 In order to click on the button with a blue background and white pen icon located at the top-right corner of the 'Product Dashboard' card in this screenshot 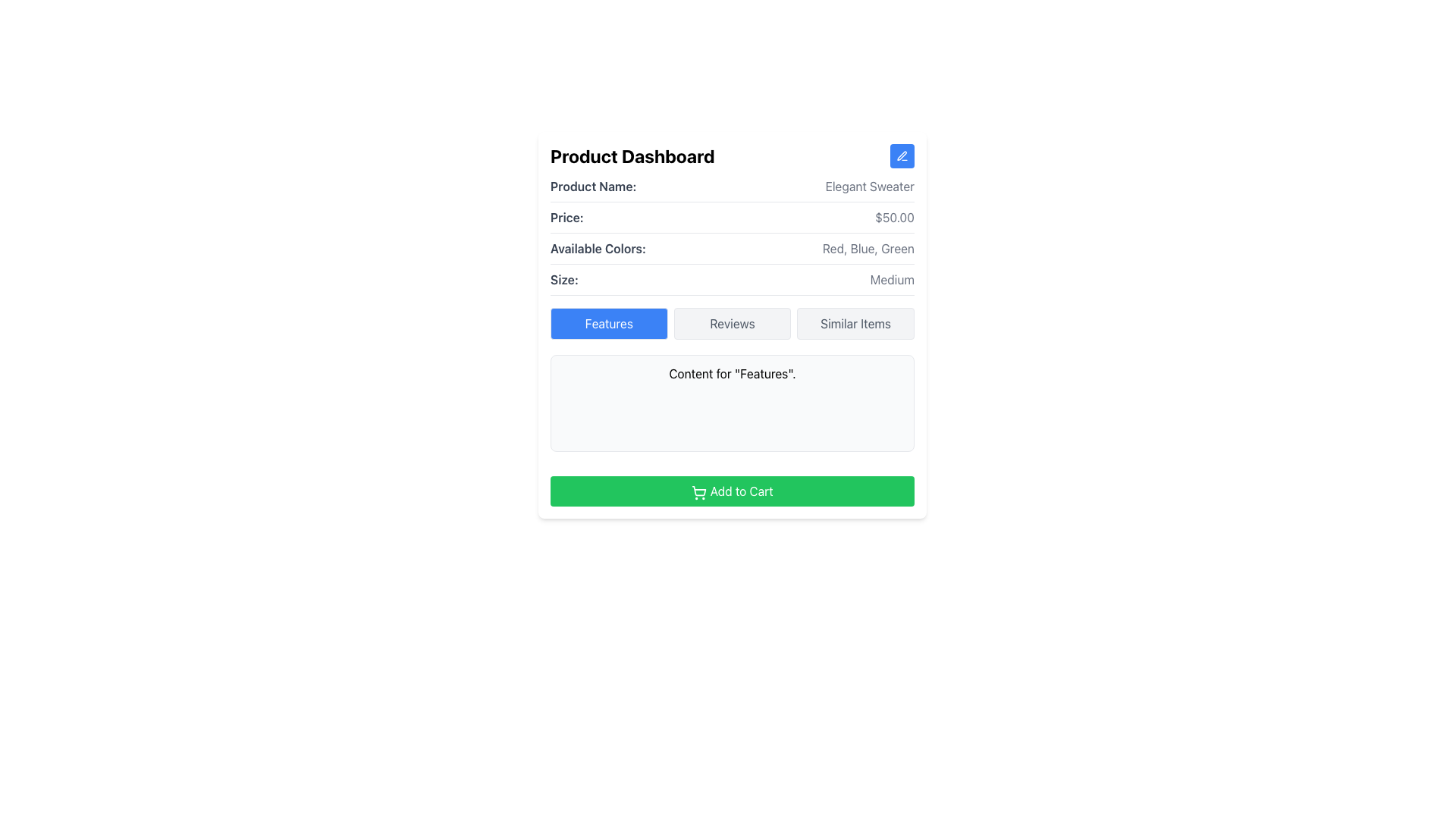, I will do `click(902, 155)`.